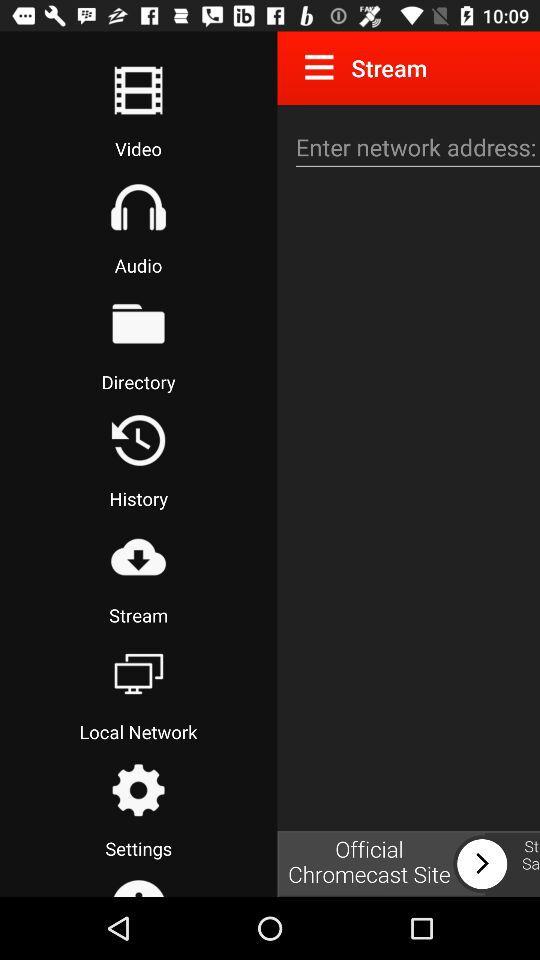 This screenshot has width=540, height=960. I want to click on the visibility icon, so click(137, 557).